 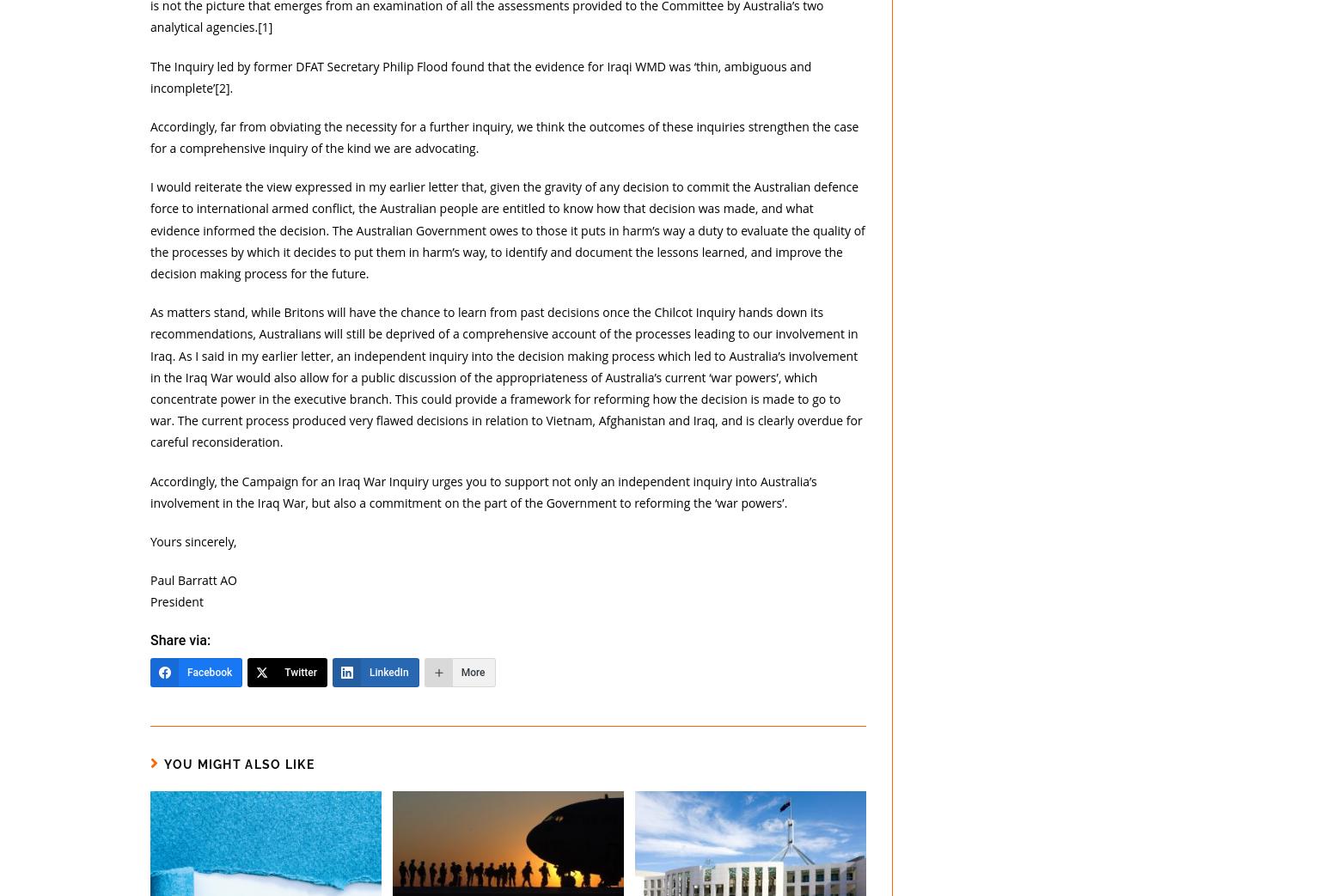 I want to click on 'The Inquiry led by former DFAT Secretary Philip Flood found that the evidence for Iraqi WMD was ‘thin, ambiguous and incomplete’[2].', so click(x=480, y=76).